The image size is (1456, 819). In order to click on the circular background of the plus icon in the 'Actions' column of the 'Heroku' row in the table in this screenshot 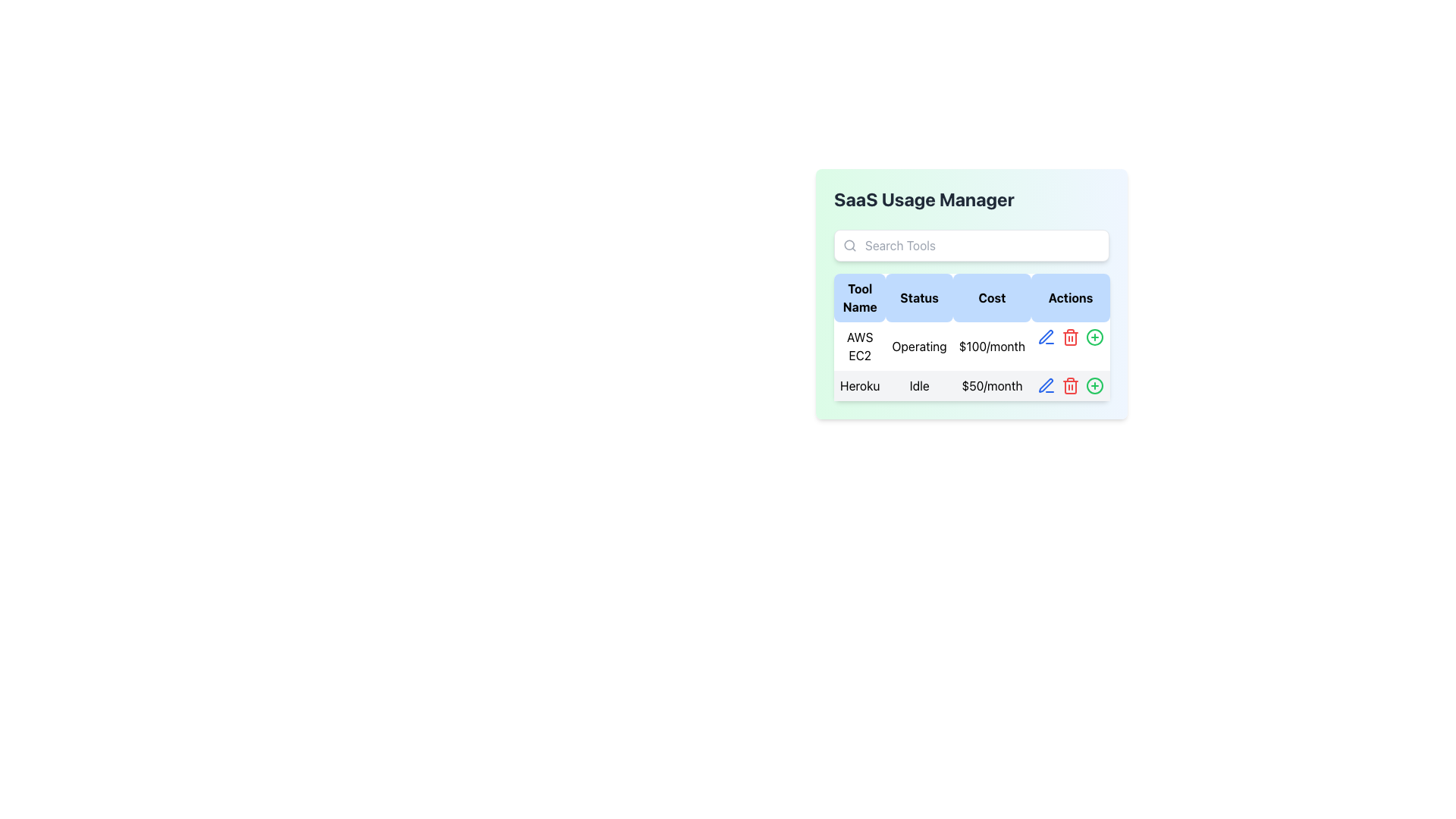, I will do `click(1095, 336)`.